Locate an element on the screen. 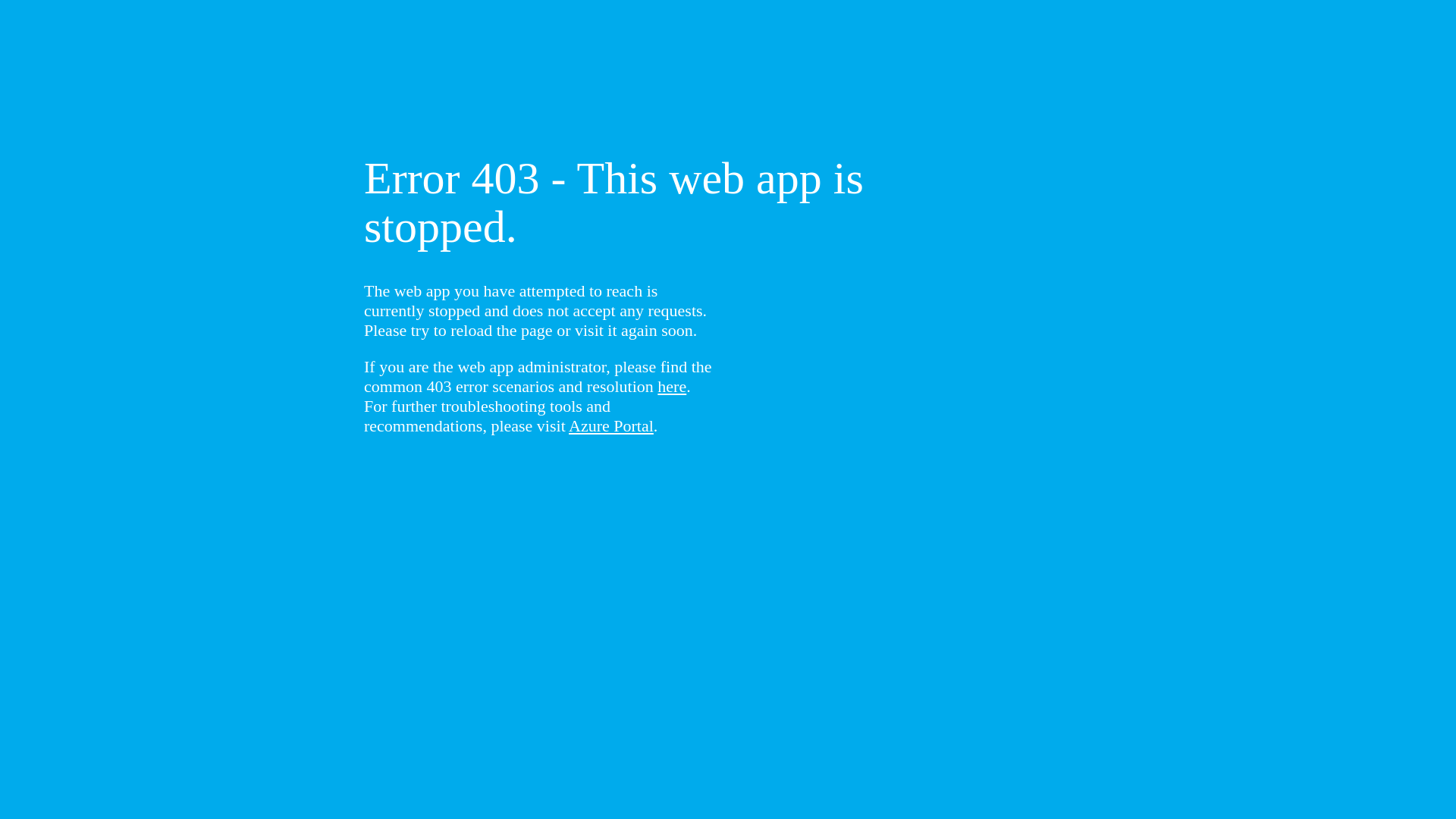 The height and width of the screenshot is (819, 1456). 'Azure Portal' is located at coordinates (567, 425).